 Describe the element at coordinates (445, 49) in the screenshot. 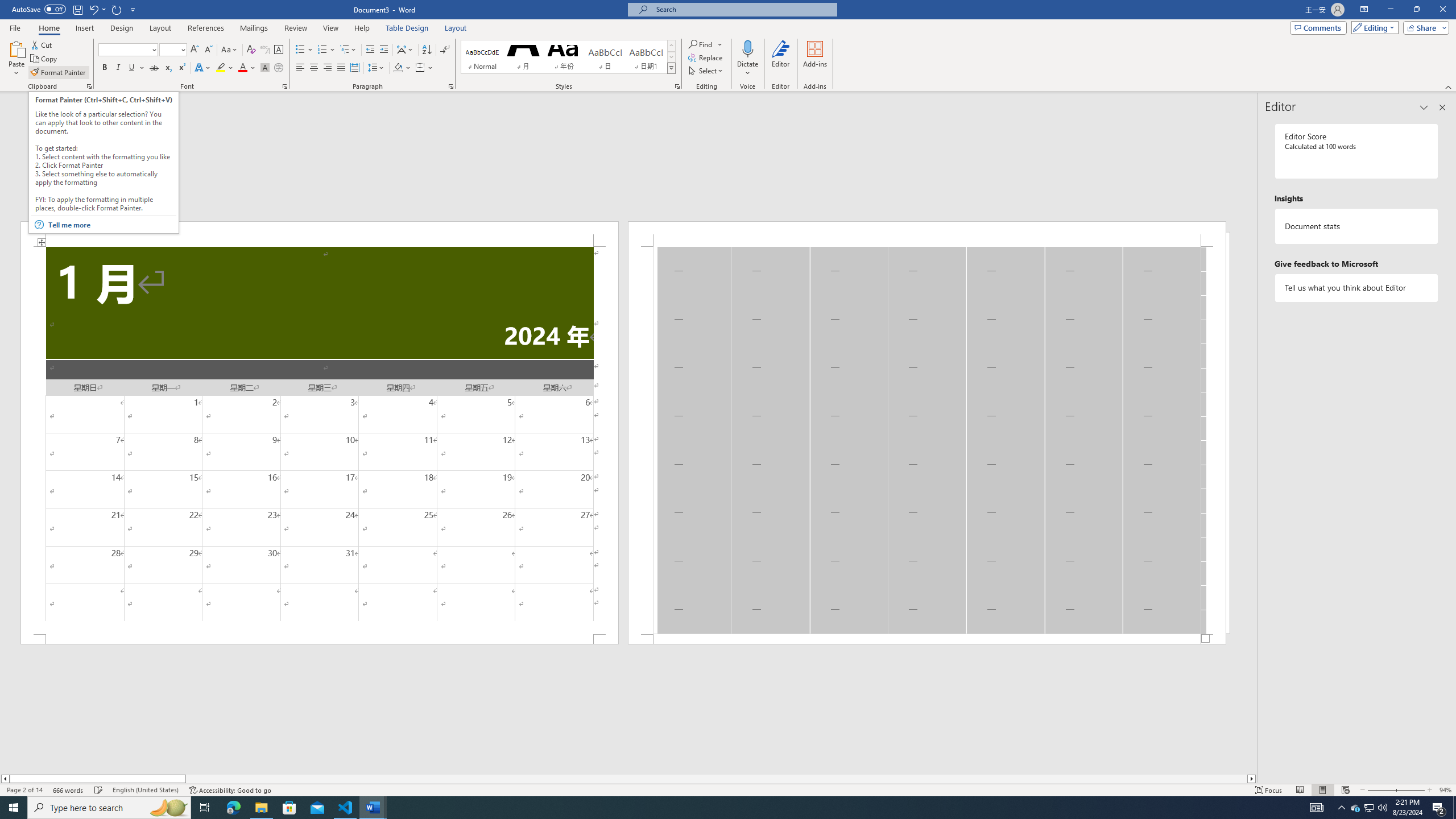

I see `'Show/Hide Editing Marks'` at that location.